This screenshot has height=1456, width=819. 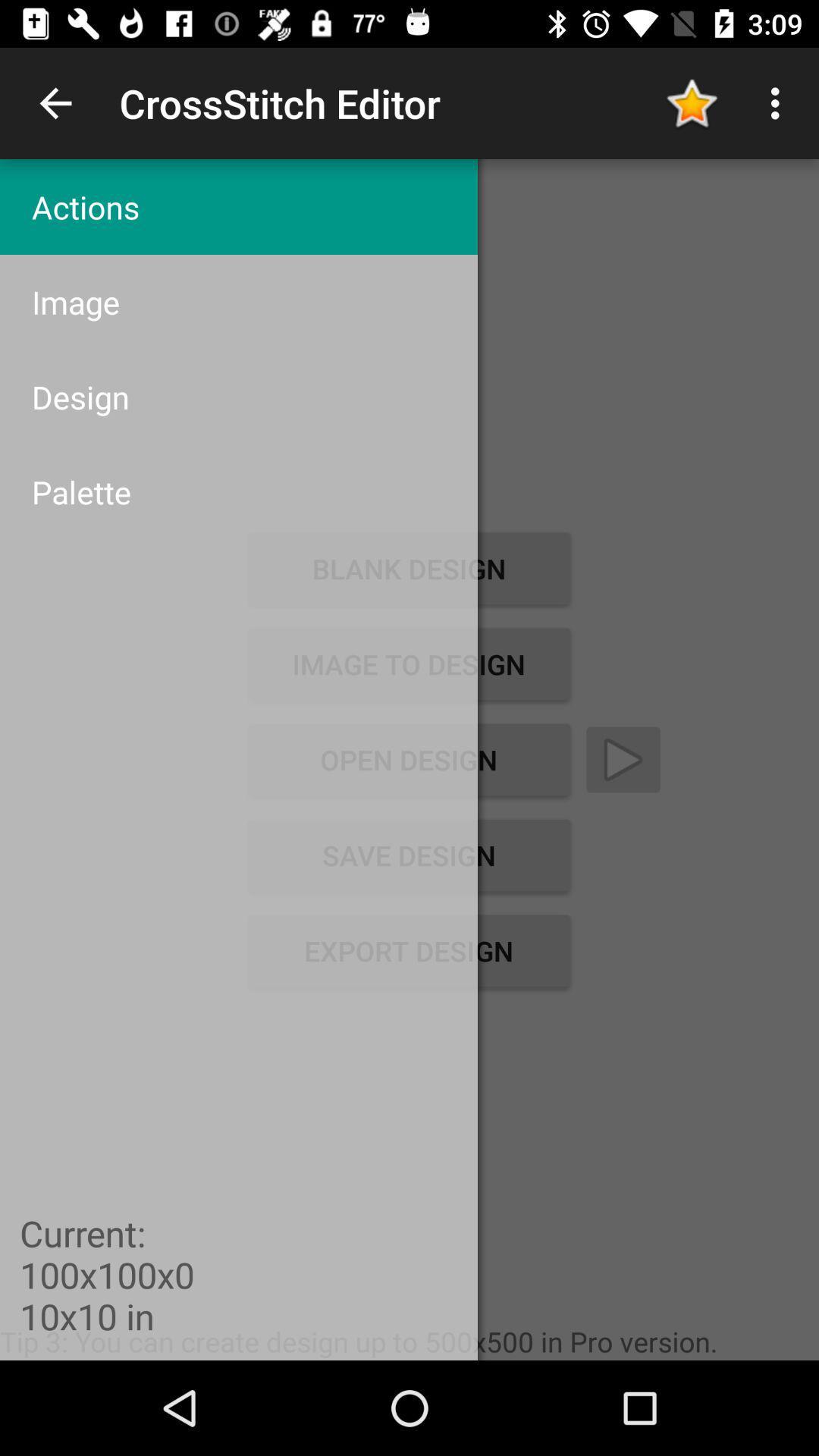 What do you see at coordinates (55, 102) in the screenshot?
I see `item to the left of crossstitch editor app` at bounding box center [55, 102].